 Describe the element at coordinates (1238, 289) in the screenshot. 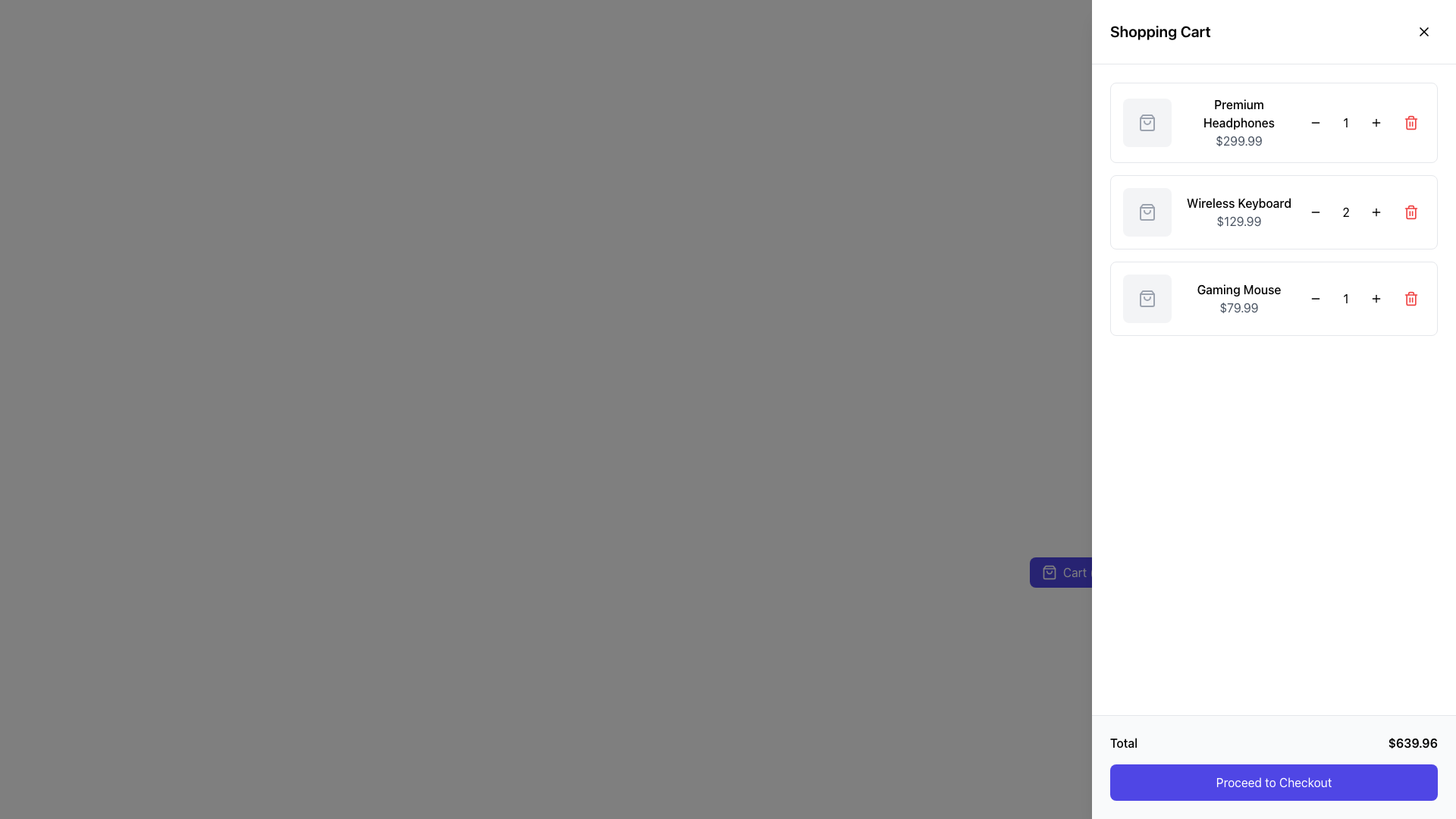

I see `the label specifying the item's name 'Gaming Mouse' in the shopping cart, which is located in the third row adjacent to the price '$79.99'` at that location.